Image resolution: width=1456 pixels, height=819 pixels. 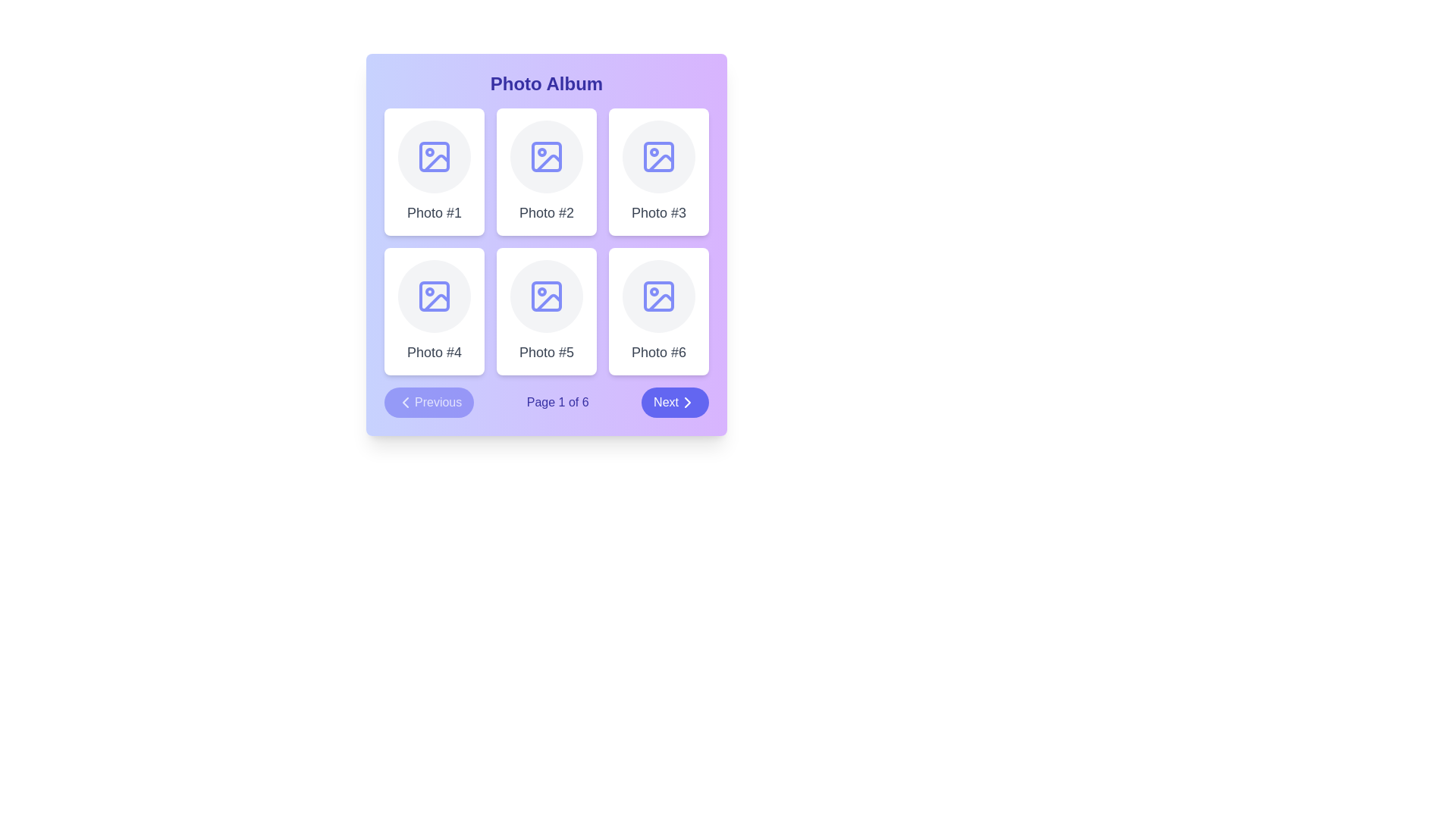 I want to click on the top-center icon in the 2x3 grid layout under the title 'Photo Album' to interact with the photo placeholder, so click(x=546, y=157).